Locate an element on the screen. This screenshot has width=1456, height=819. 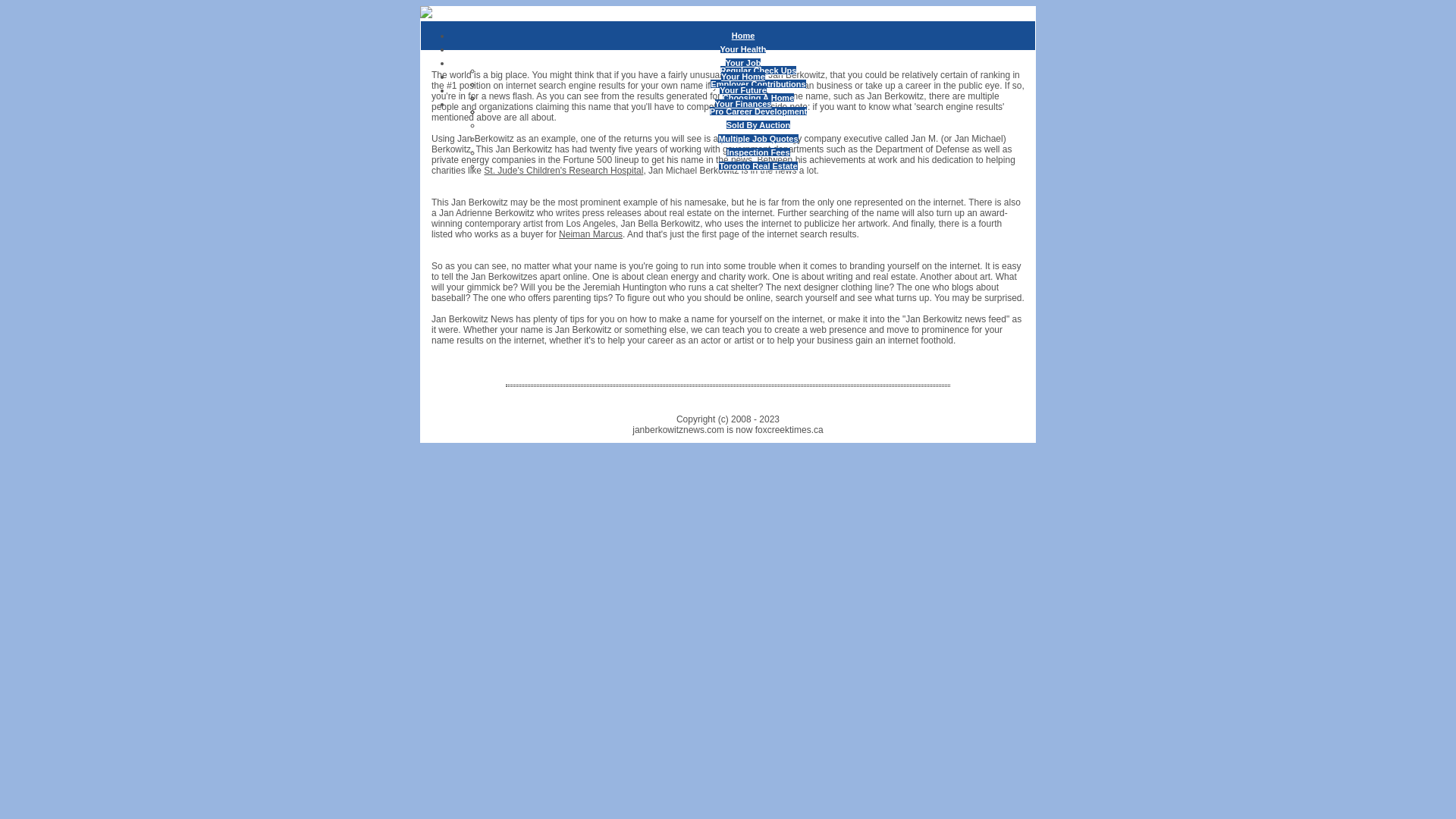
'Neiman Marcus' is located at coordinates (589, 234).